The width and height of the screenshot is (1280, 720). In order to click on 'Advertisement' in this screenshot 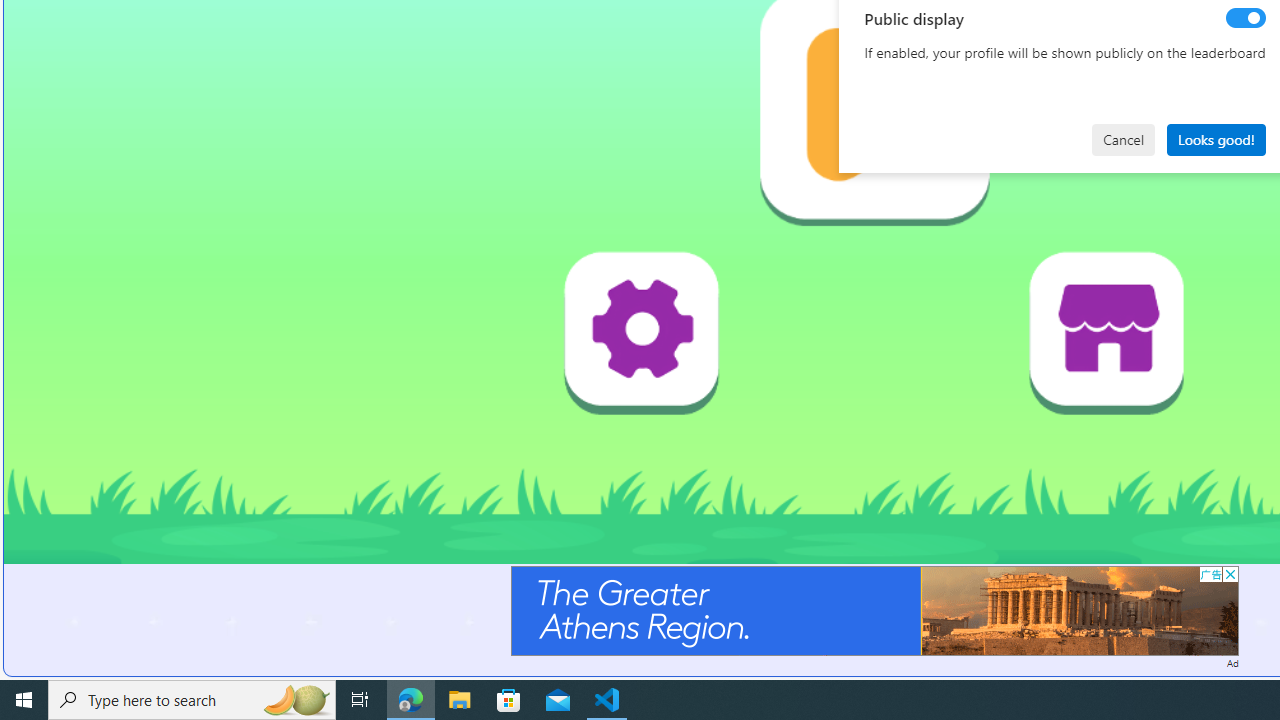, I will do `click(874, 609)`.